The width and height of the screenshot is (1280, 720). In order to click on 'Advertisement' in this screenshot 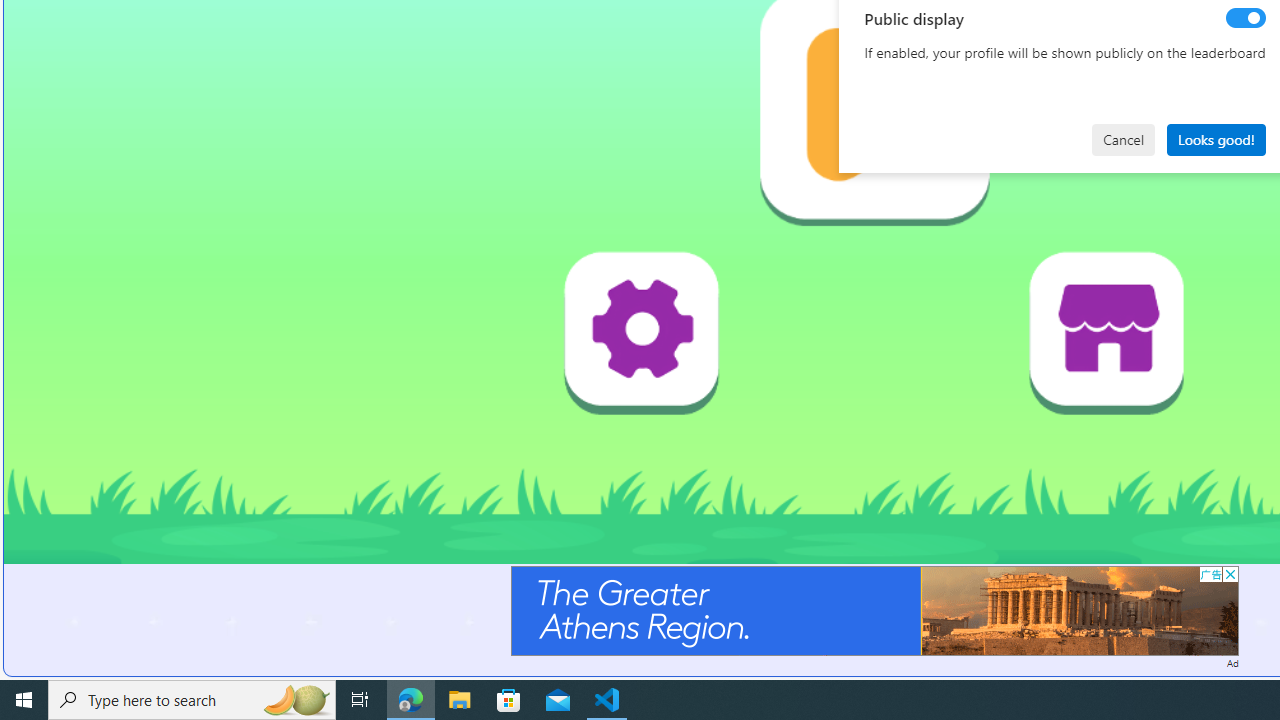, I will do `click(874, 609)`.